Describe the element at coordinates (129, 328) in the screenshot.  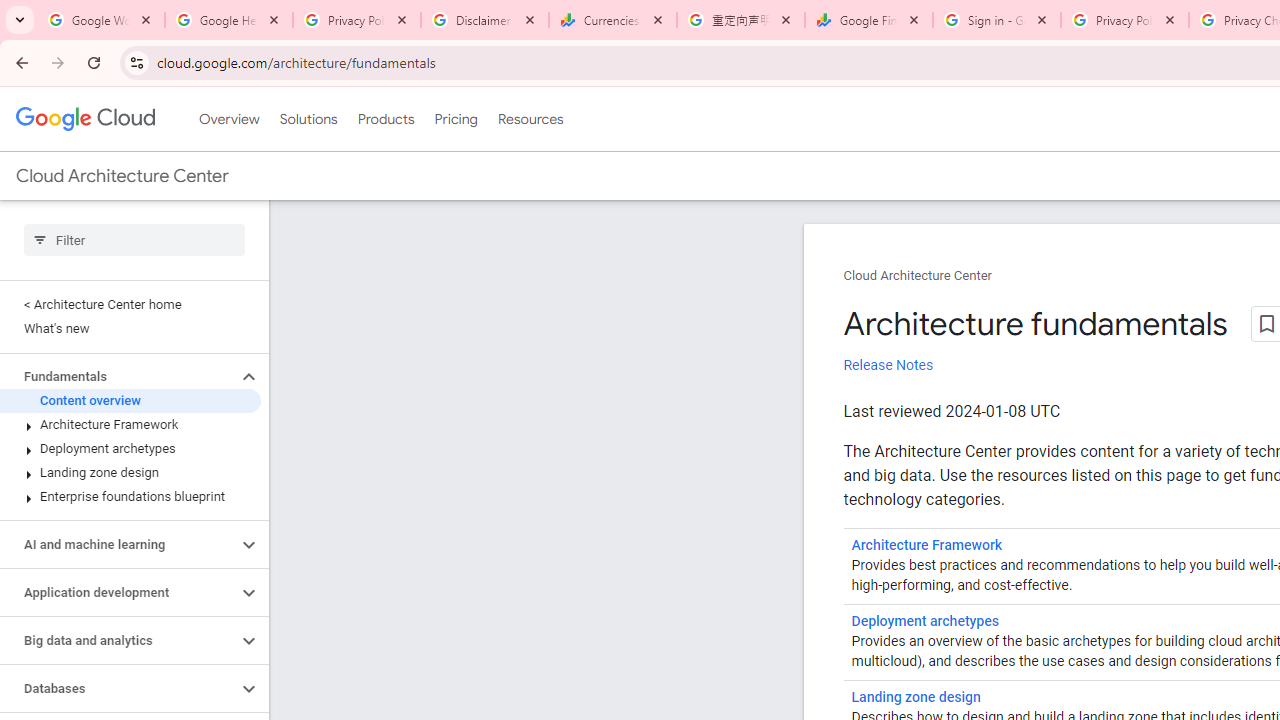
I see `'What'` at that location.